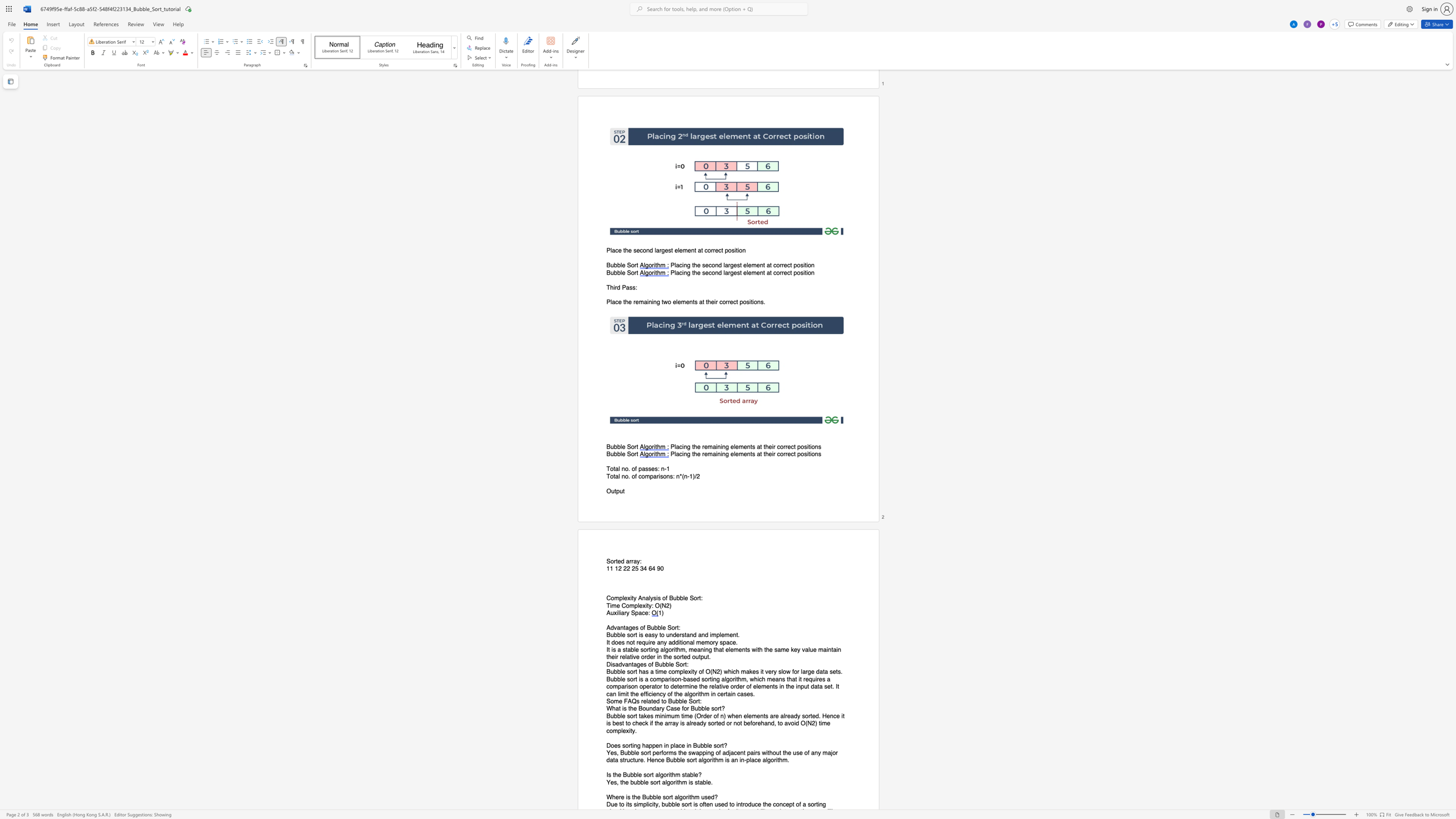 The width and height of the screenshot is (1456, 819). What do you see at coordinates (635, 454) in the screenshot?
I see `the 1th character "r" in the text` at bounding box center [635, 454].